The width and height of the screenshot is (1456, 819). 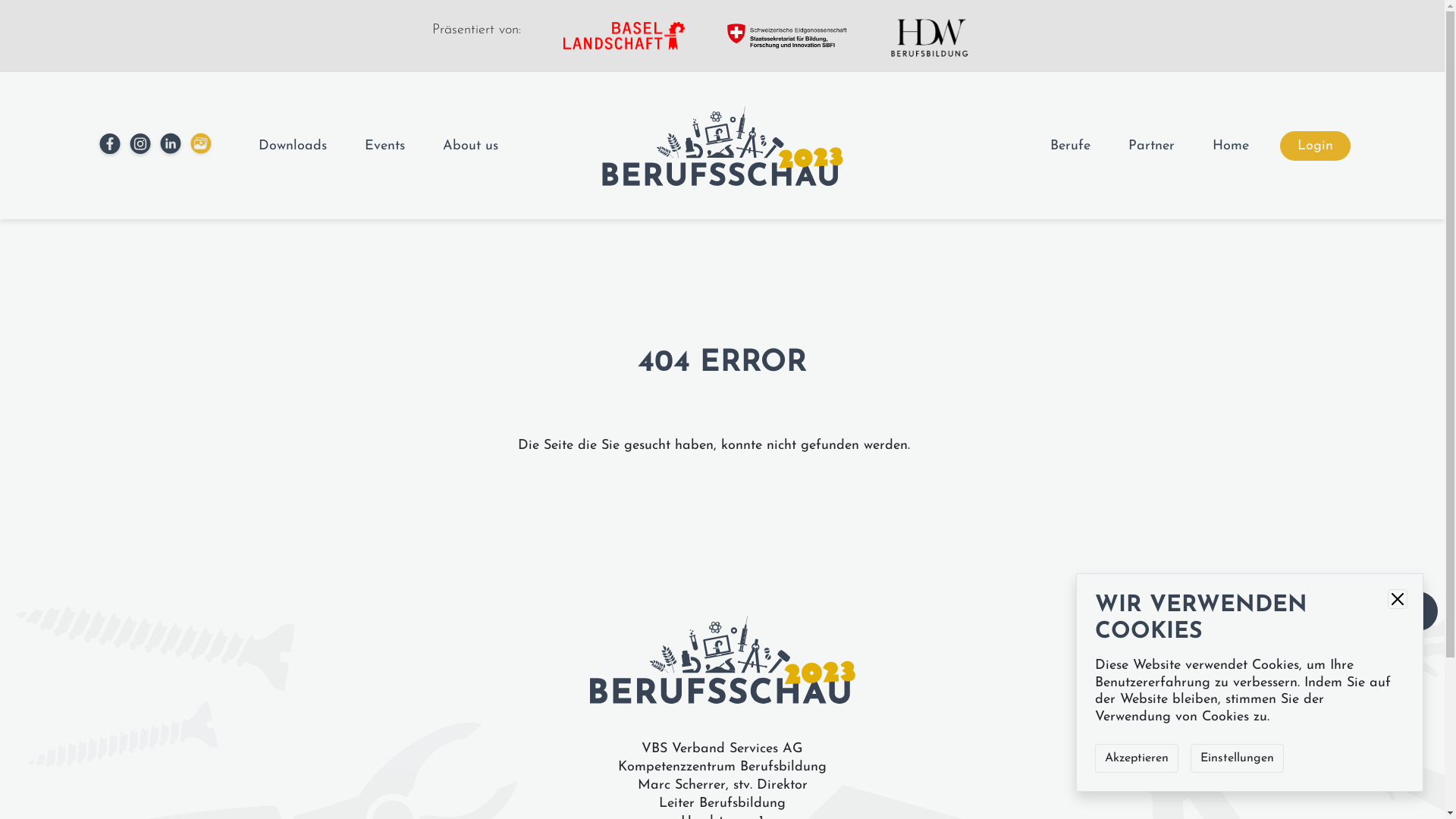 I want to click on 'Akzeptieren', so click(x=1095, y=758).